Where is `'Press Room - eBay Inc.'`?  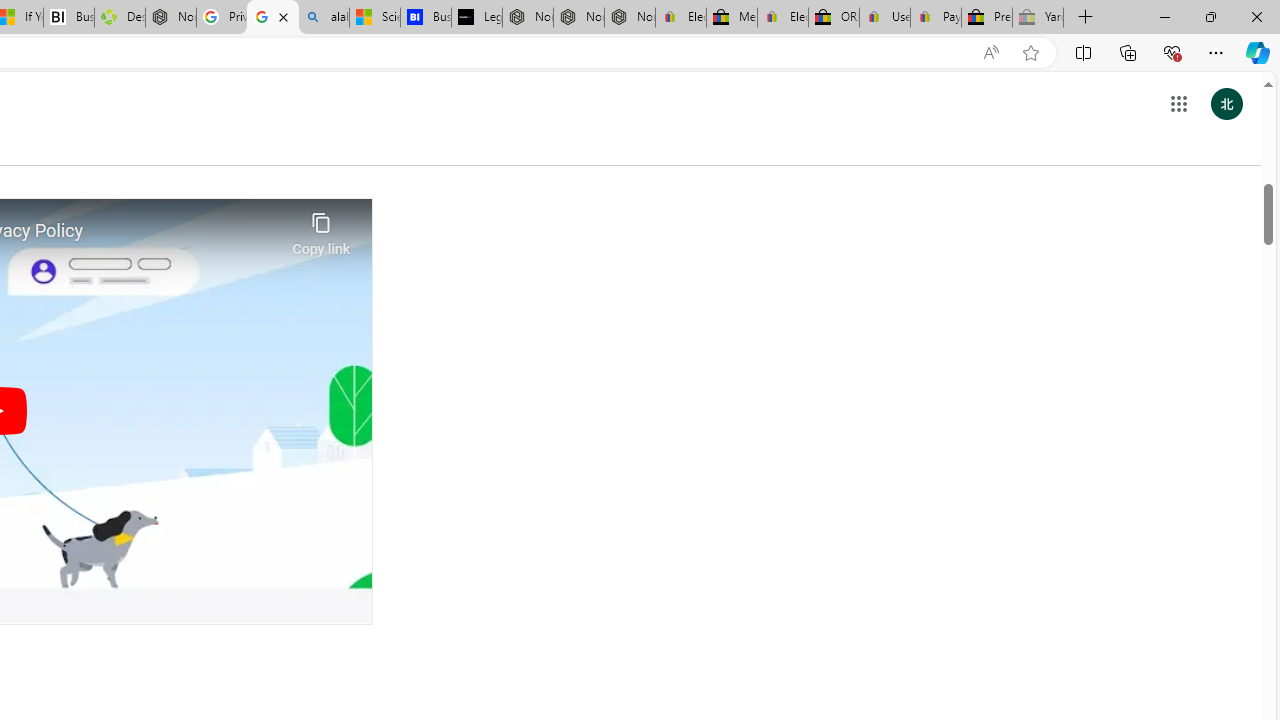 'Press Room - eBay Inc.' is located at coordinates (987, 17).